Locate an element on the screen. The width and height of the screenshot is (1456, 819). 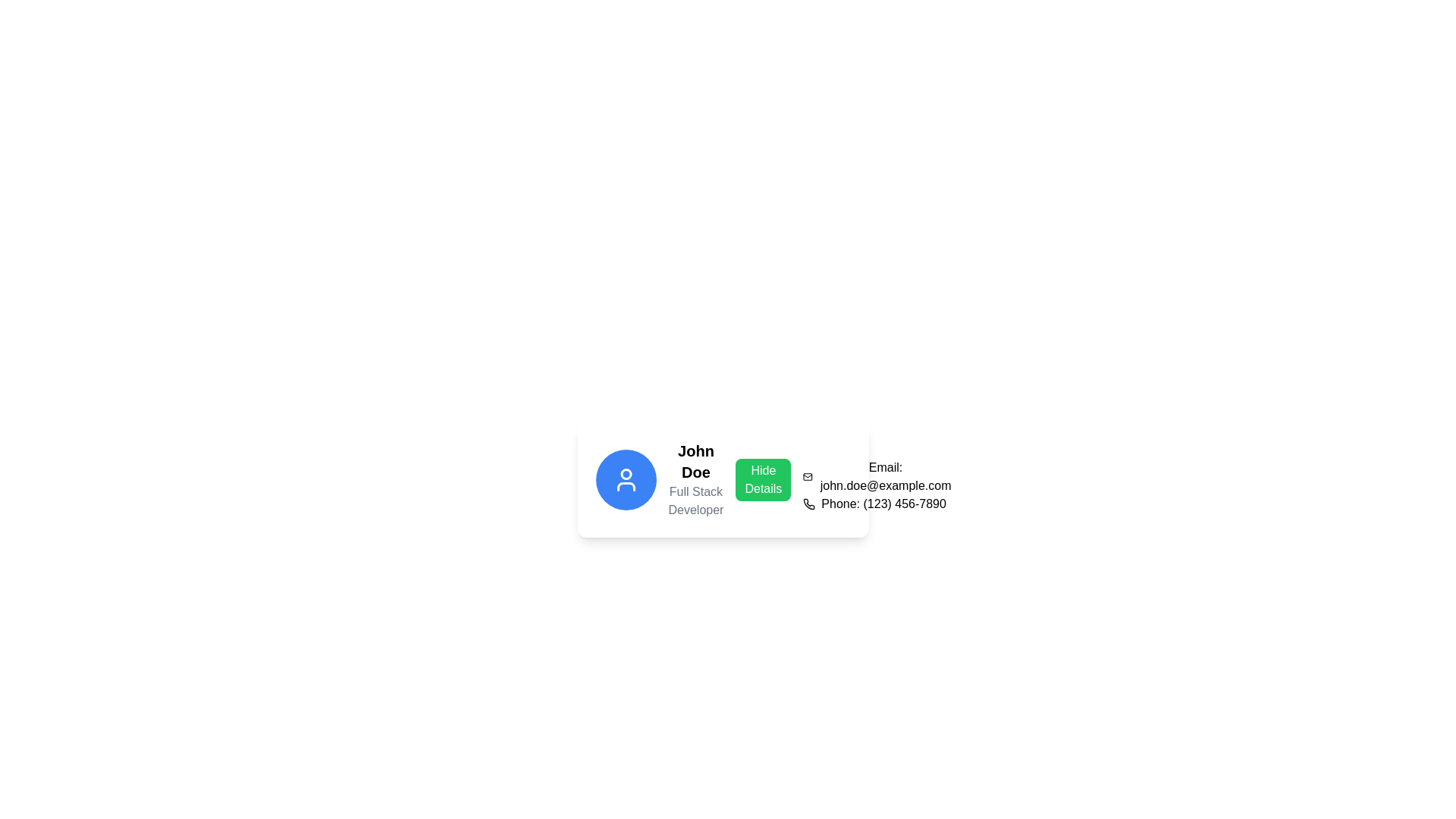
the phone number icon located at the bottom-right area of the main card structure to enhance the readability of the associated phone number text is located at coordinates (808, 504).